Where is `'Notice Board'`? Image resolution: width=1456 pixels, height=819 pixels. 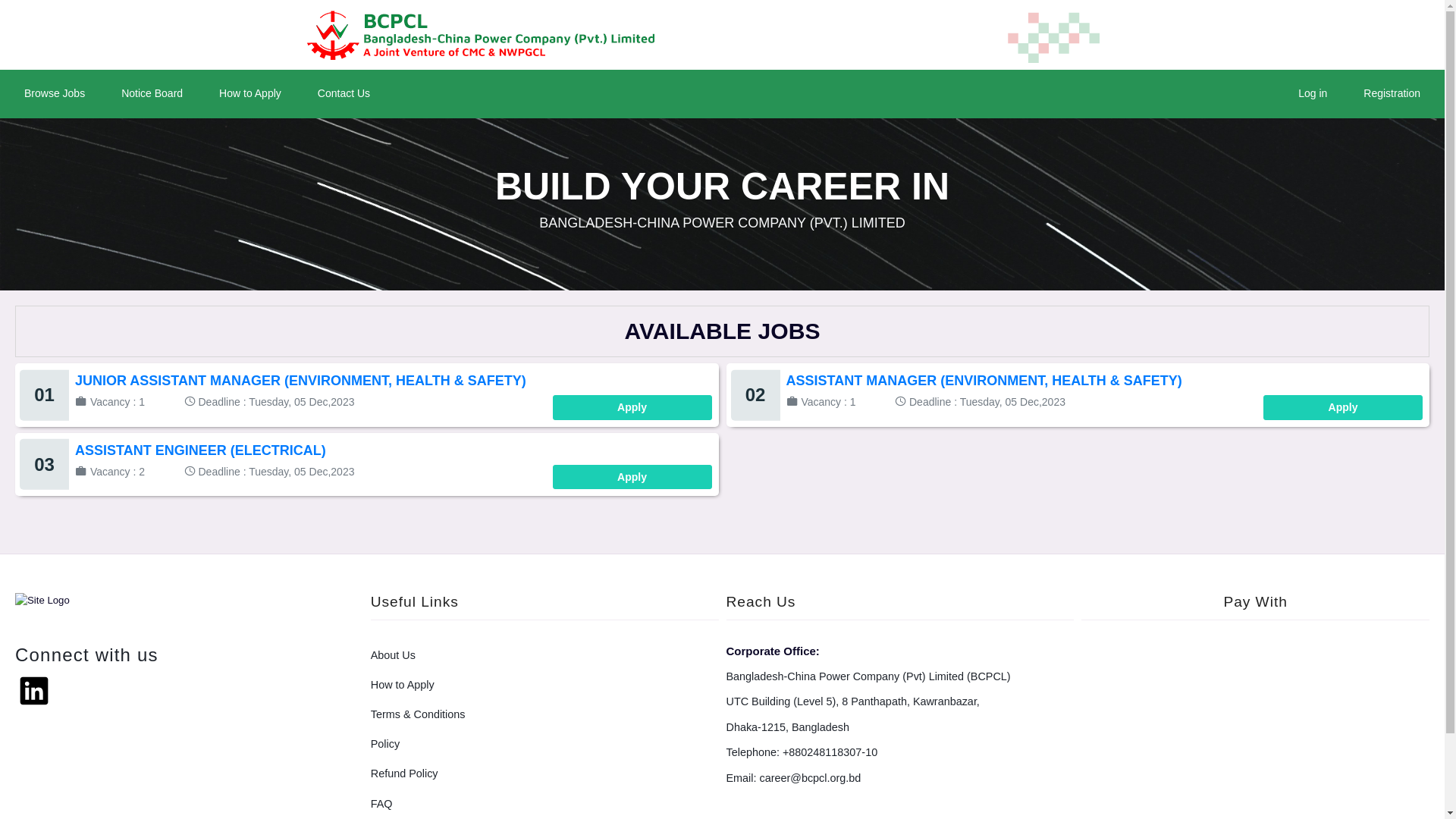 'Notice Board' is located at coordinates (152, 93).